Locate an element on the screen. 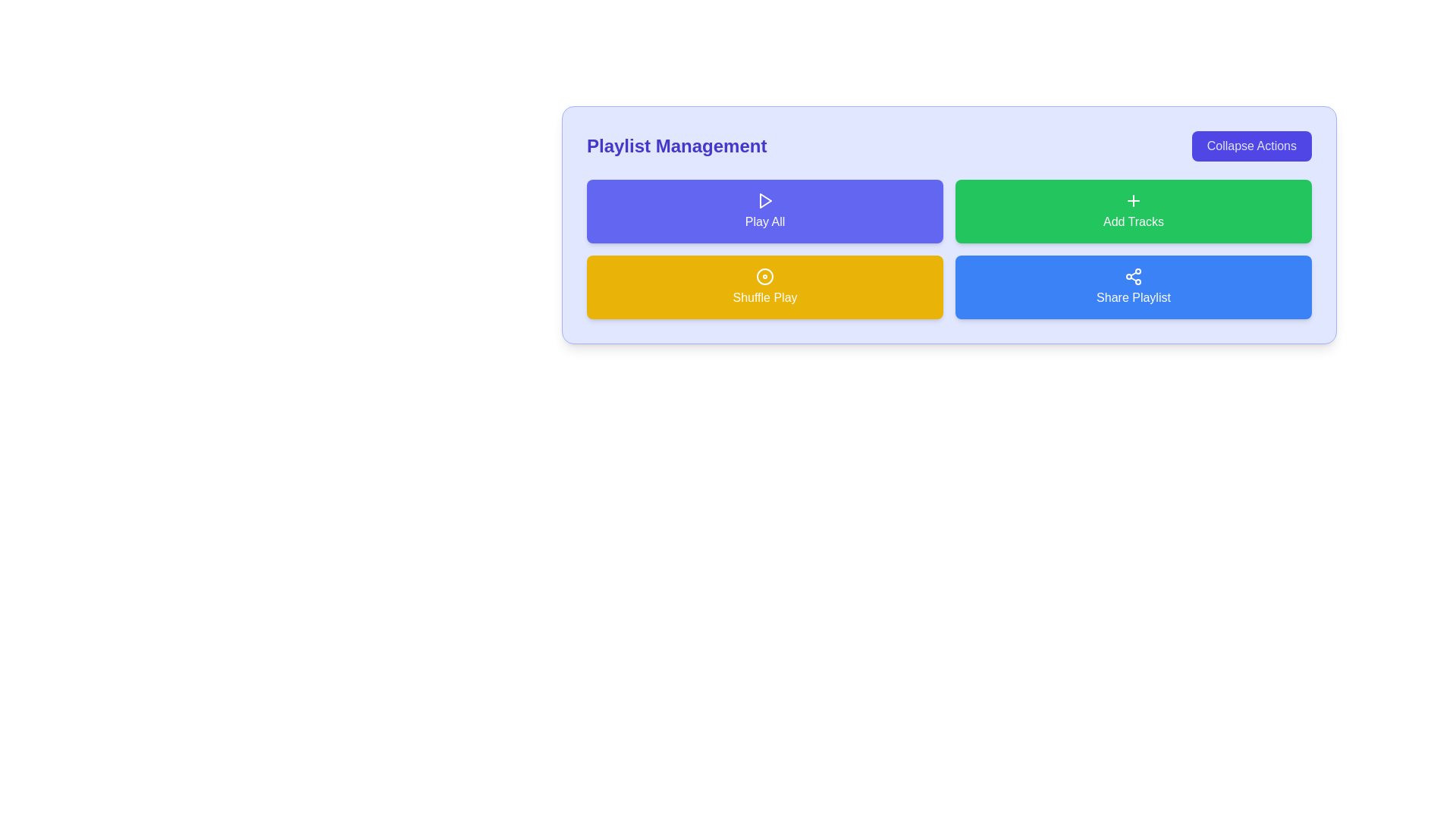 Image resolution: width=1456 pixels, height=819 pixels. the 'Shuffle Play' icon, which is a circular icon indicating the shuffle playback feature, located in the bottom-left corner of the yellow section under the 'Playlist Management' heading is located at coordinates (764, 277).